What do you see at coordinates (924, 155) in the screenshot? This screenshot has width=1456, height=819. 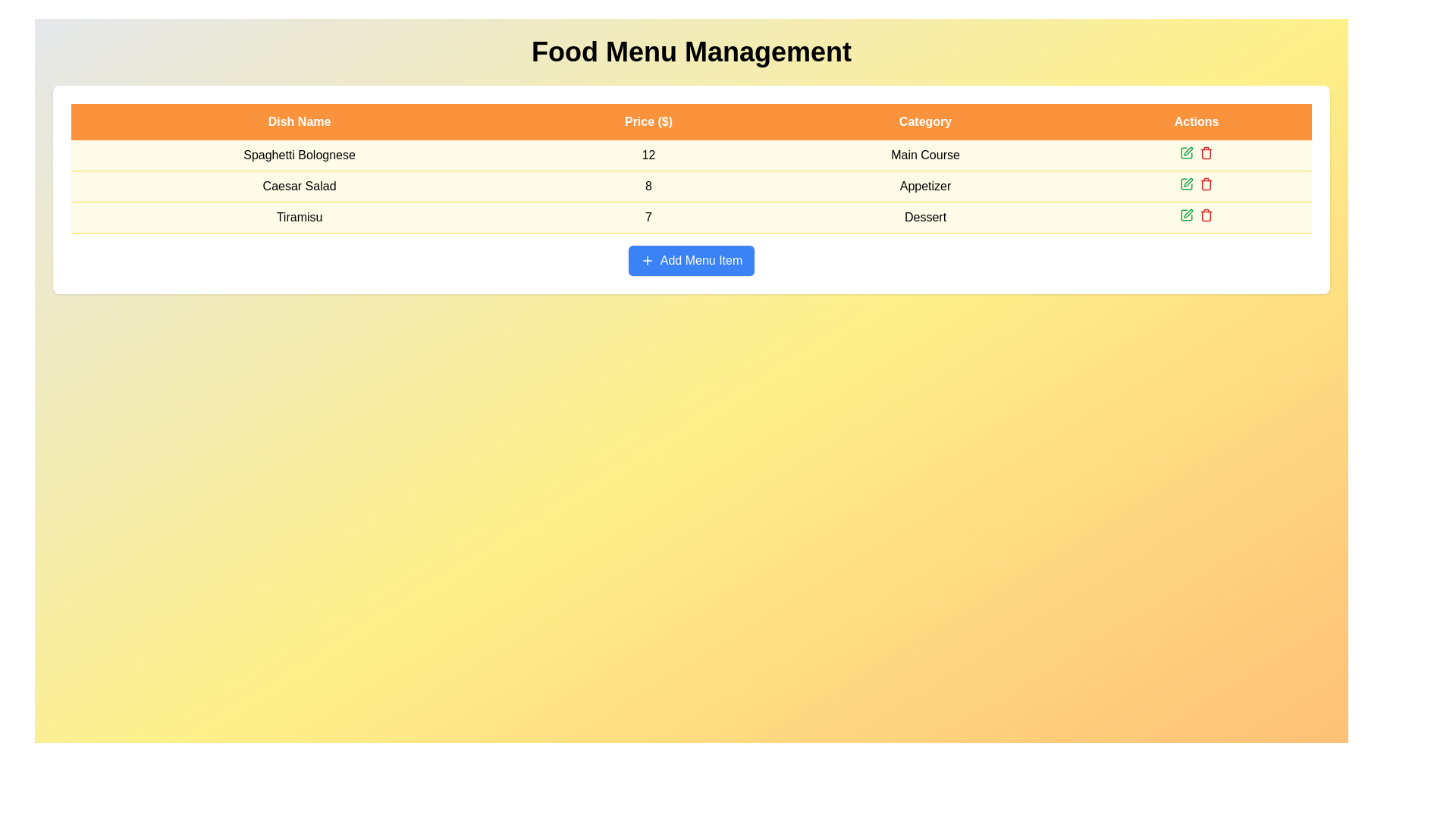 I see `the static text label indicating the category of the dish, located in the third column under the 'Category' heading of the first data row in the table` at bounding box center [924, 155].